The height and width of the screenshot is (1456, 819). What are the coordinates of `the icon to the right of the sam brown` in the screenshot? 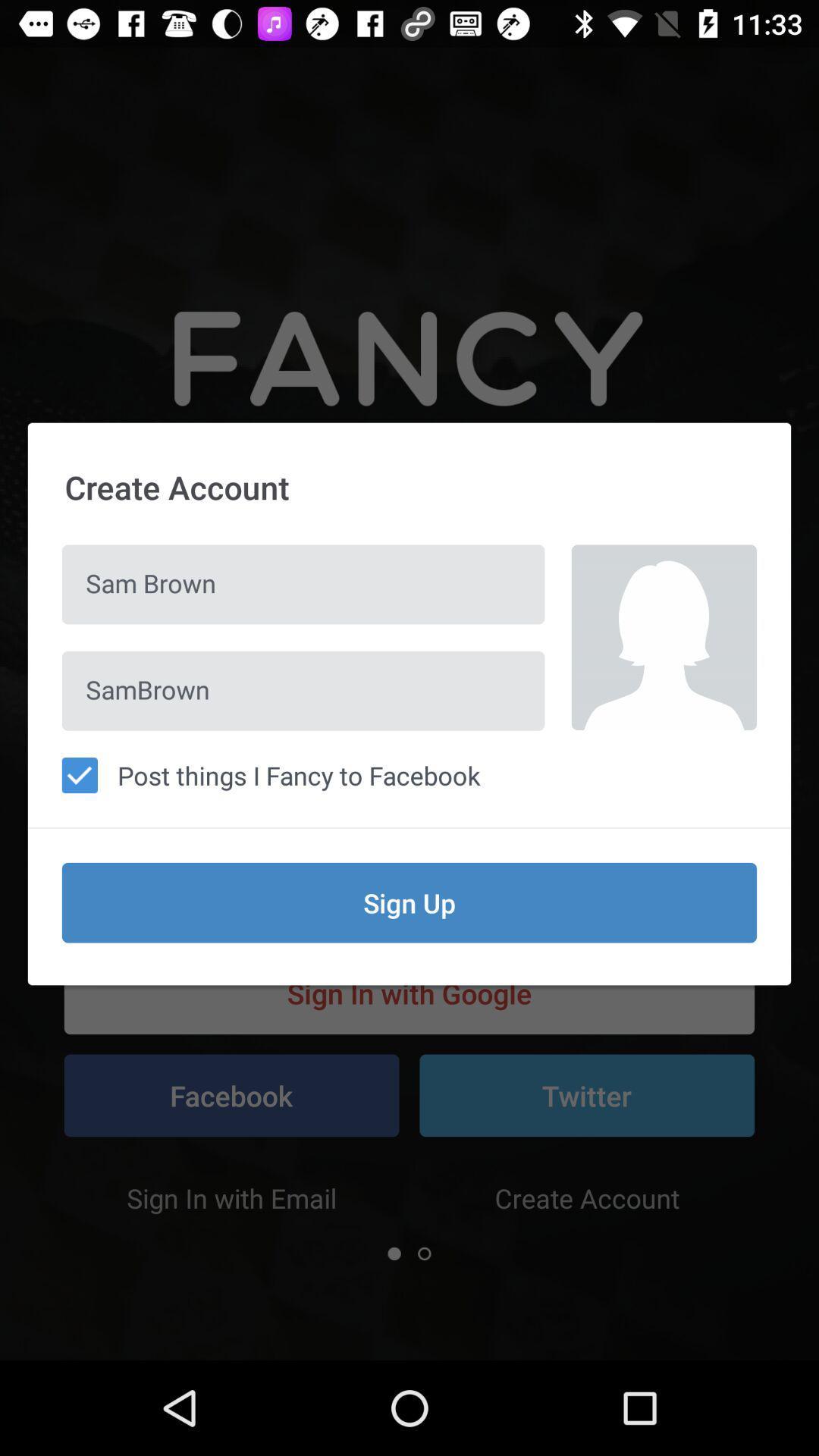 It's located at (663, 637).